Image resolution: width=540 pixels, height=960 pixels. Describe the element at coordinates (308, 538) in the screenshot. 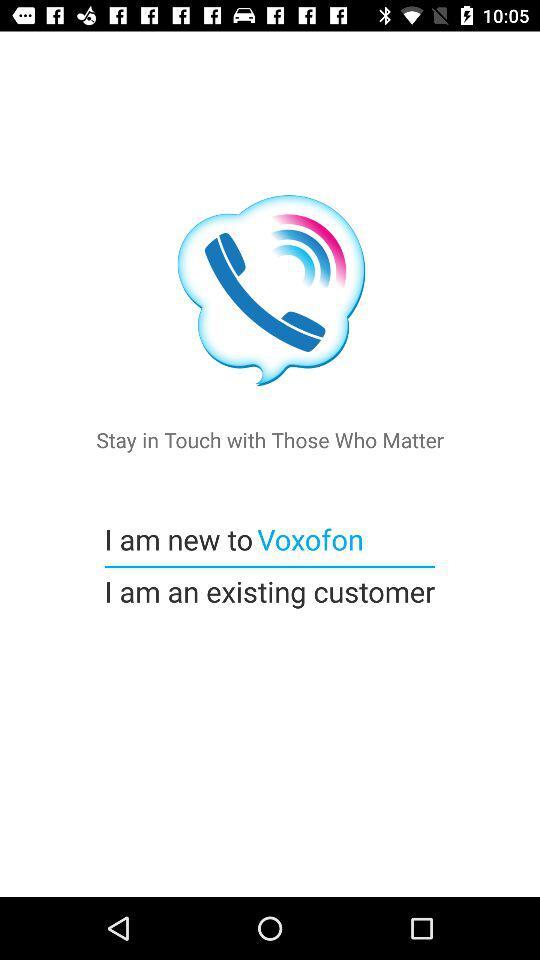

I see `voxofon icon` at that location.